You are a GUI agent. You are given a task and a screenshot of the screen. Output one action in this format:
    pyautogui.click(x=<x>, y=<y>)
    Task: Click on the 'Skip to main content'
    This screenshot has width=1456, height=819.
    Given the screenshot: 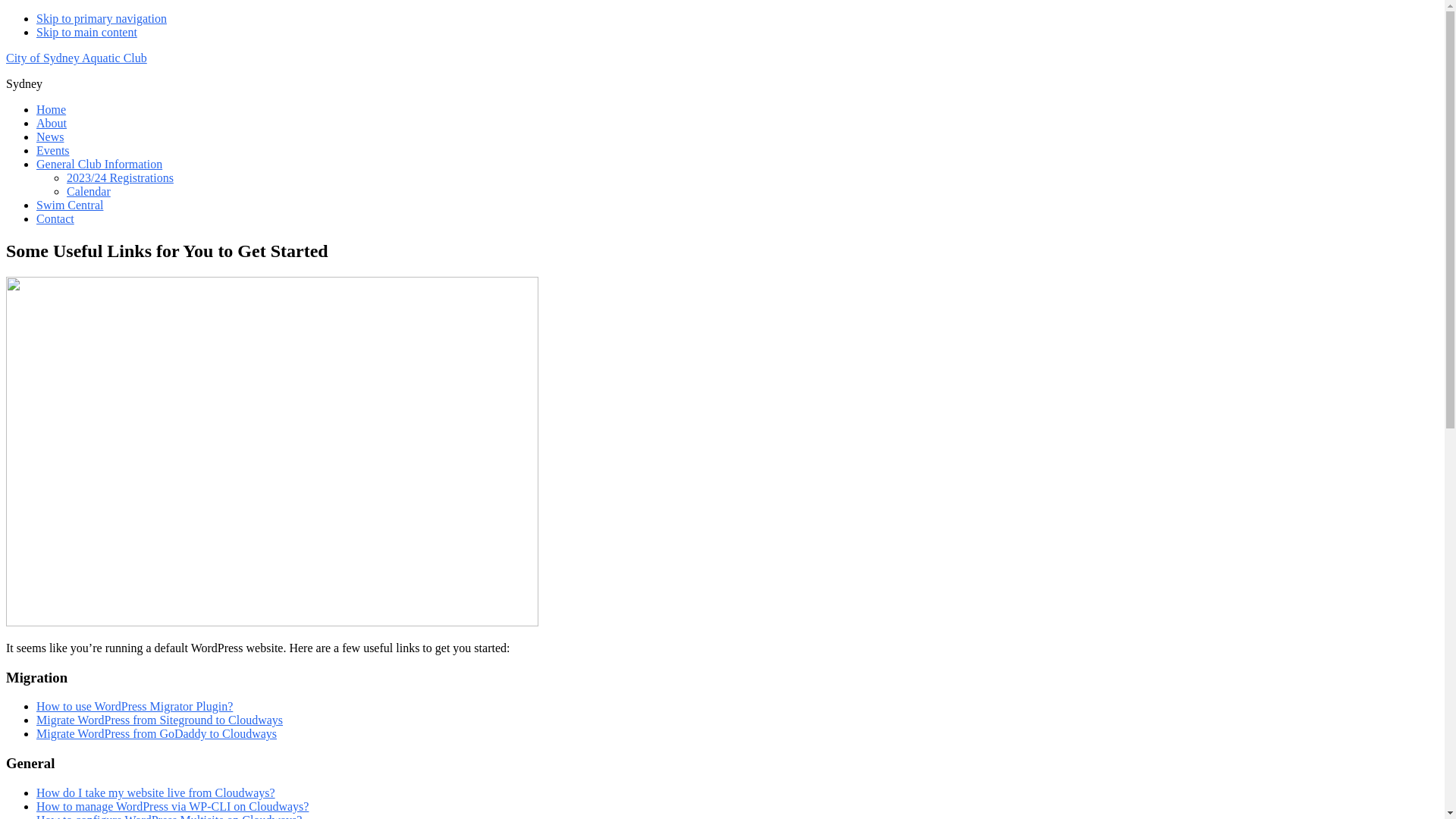 What is the action you would take?
    pyautogui.click(x=86, y=32)
    